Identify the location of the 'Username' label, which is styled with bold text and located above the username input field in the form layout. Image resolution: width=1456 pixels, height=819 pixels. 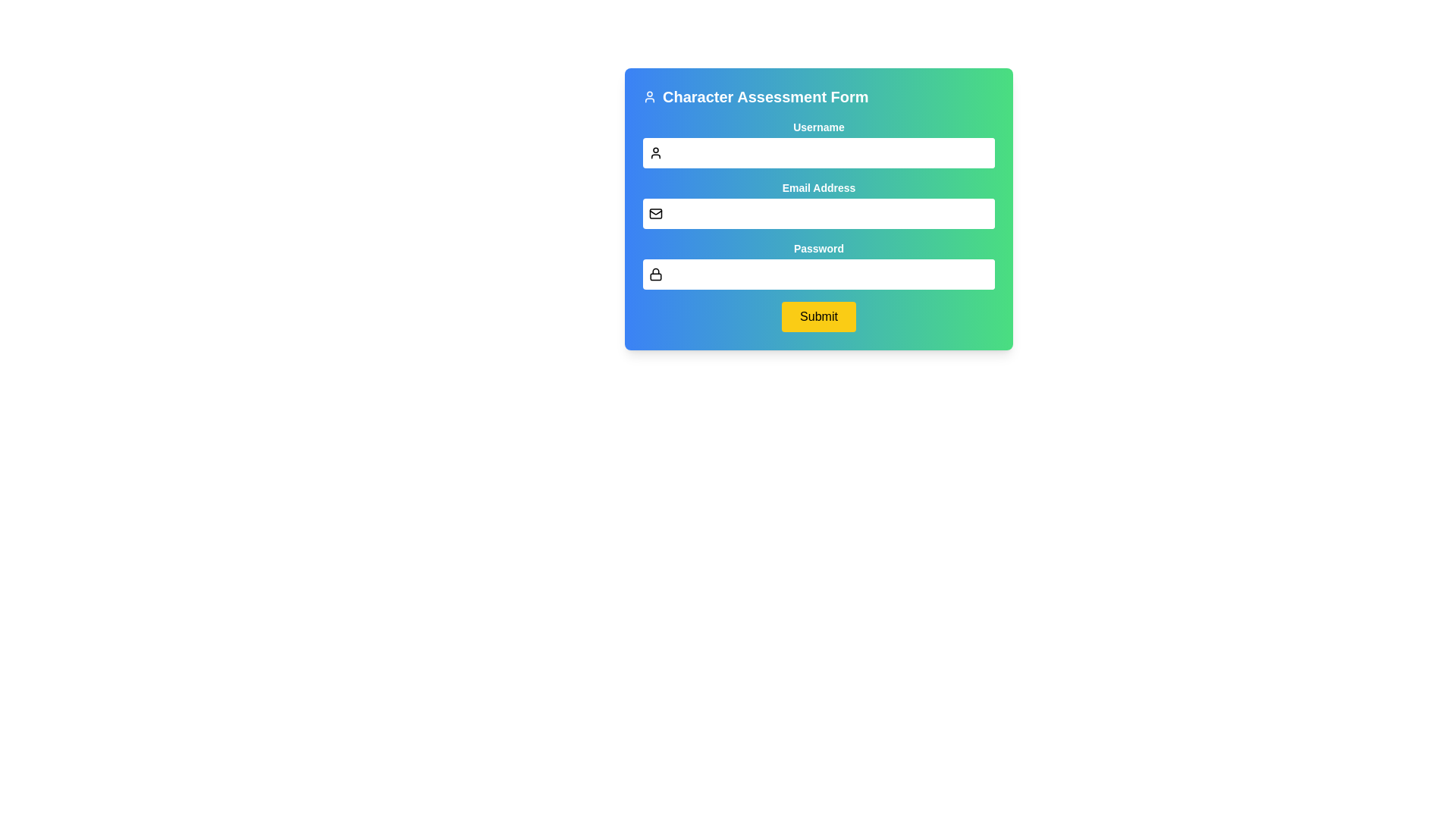
(818, 127).